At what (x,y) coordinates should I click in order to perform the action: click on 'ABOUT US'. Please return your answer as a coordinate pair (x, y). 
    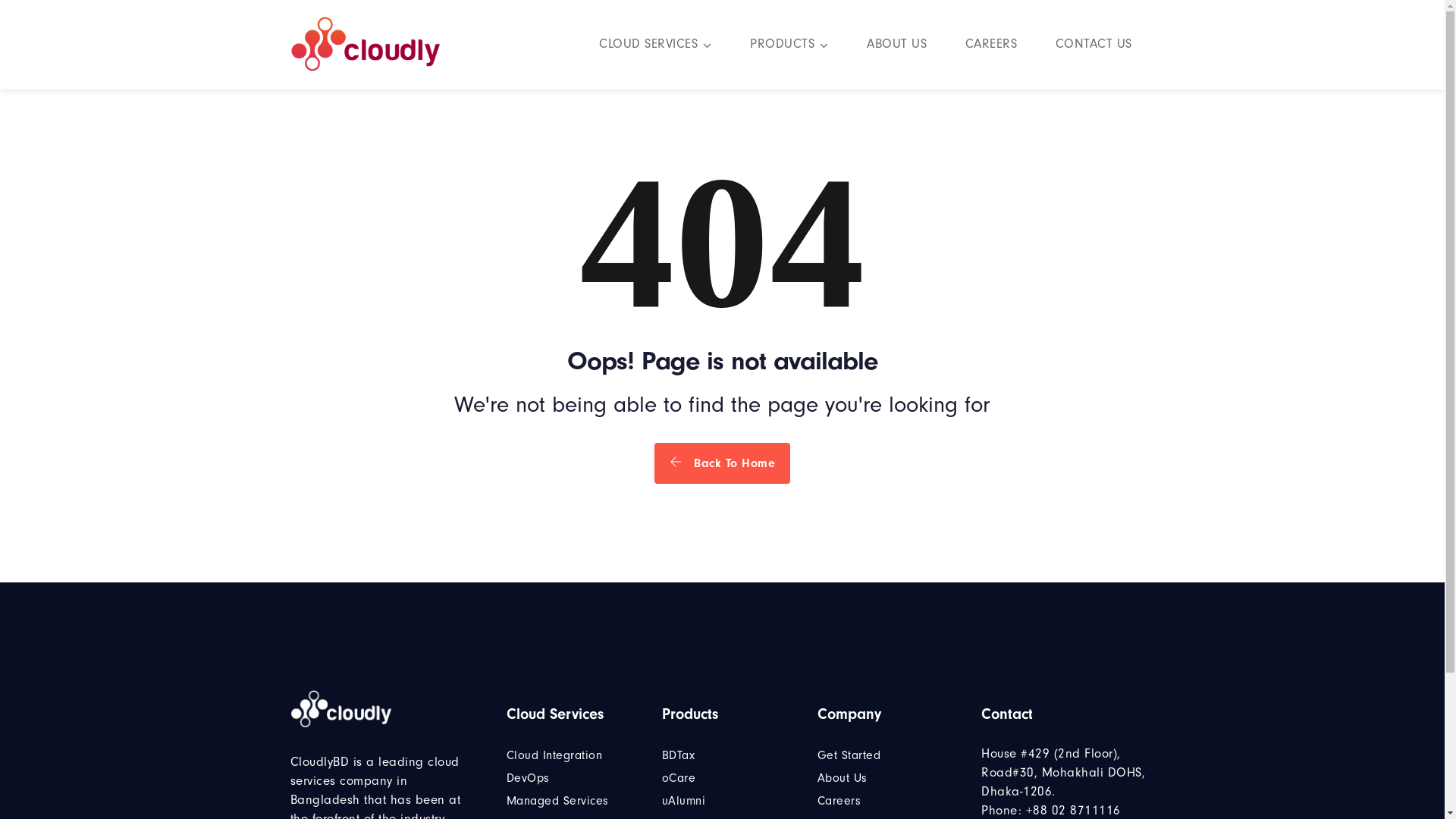
    Looking at the image, I should click on (896, 45).